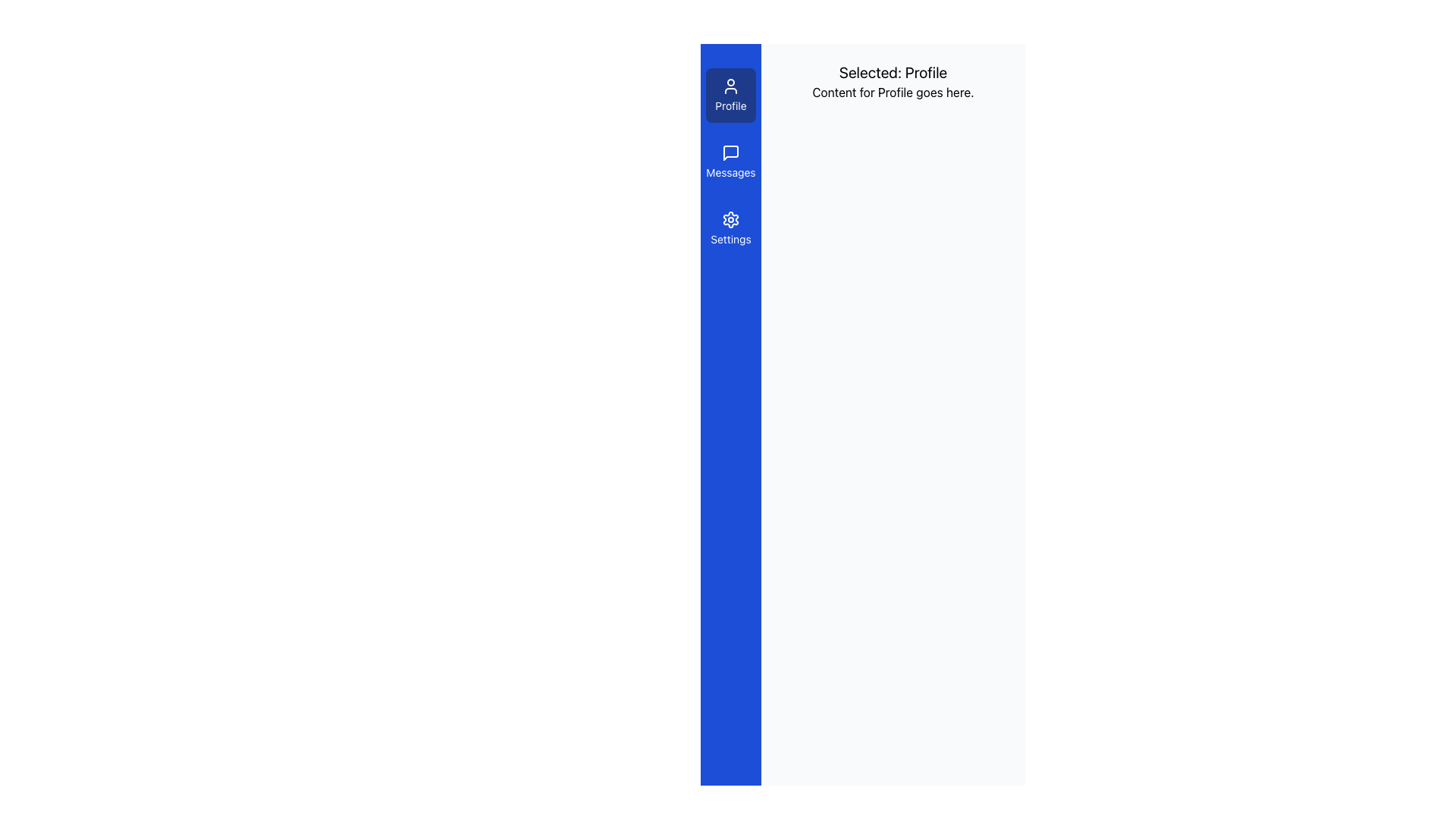  Describe the element at coordinates (731, 162) in the screenshot. I see `the 'Messages' button, which features a white speech bubble icon and is located in the sidebar menu below the 'Profile' option` at that location.